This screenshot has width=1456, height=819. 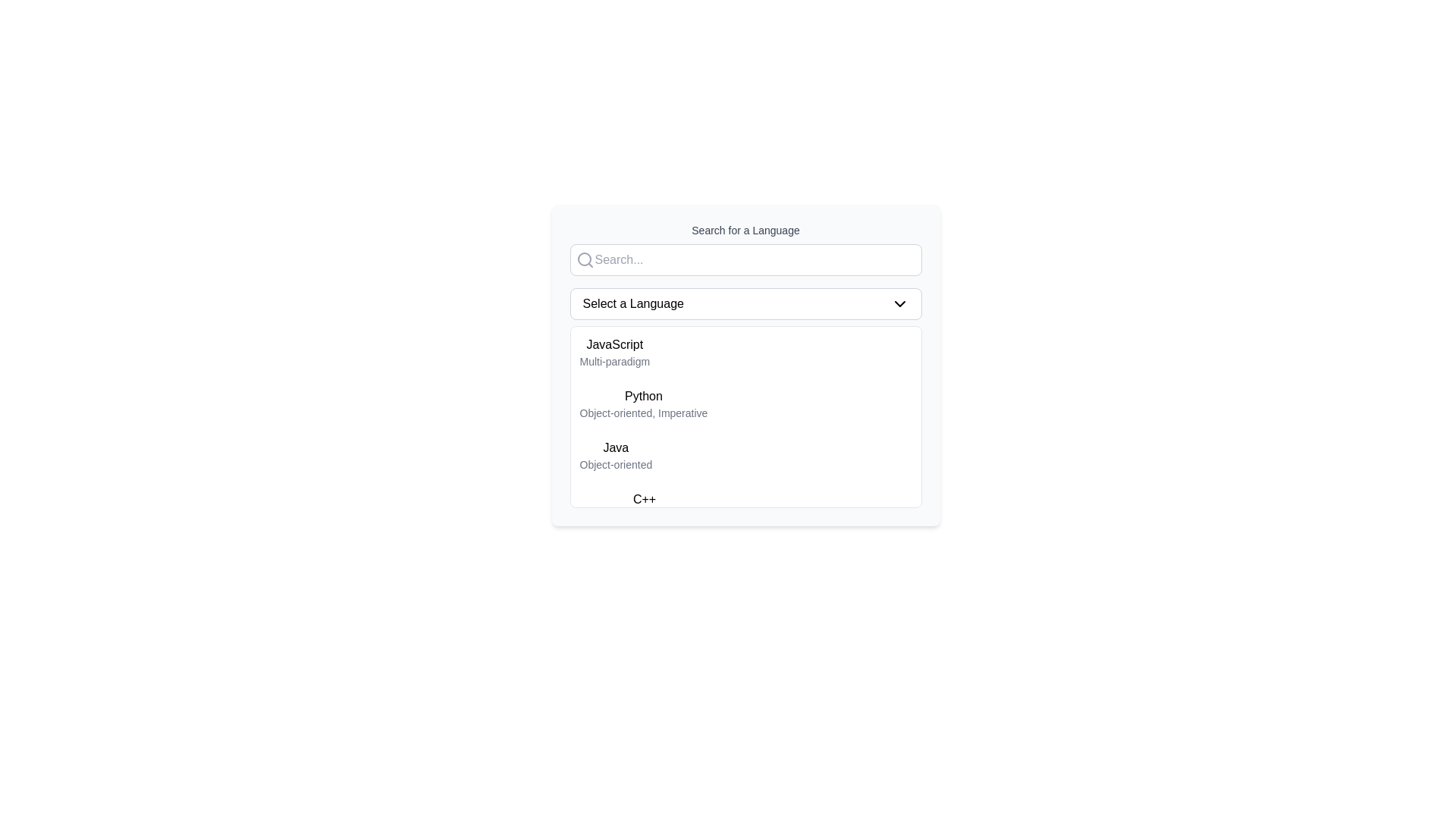 I want to click on the text label displaying 'C++' which is bold and serves as a heading in the dropdown interface, so click(x=645, y=500).